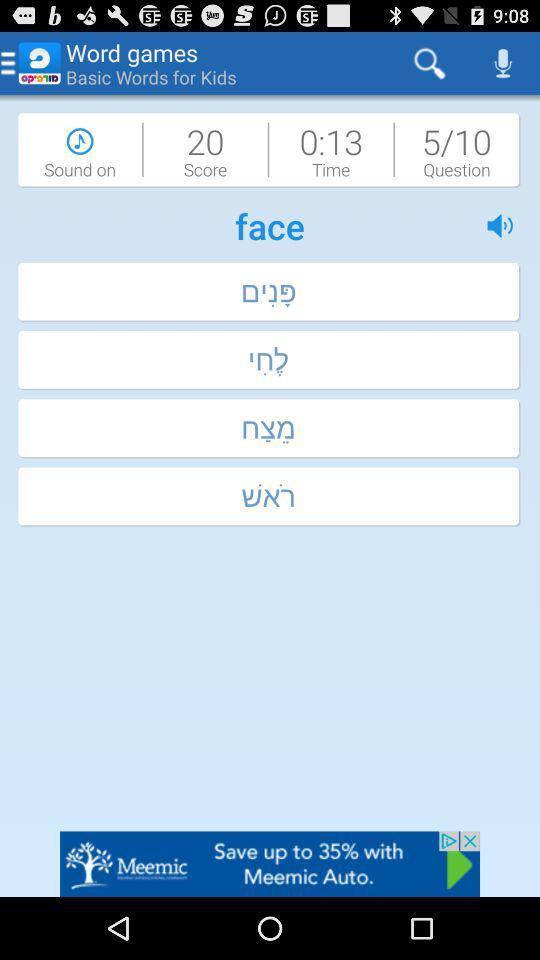 This screenshot has width=540, height=960. What do you see at coordinates (270, 863) in the screenshot?
I see `potential advertisement` at bounding box center [270, 863].